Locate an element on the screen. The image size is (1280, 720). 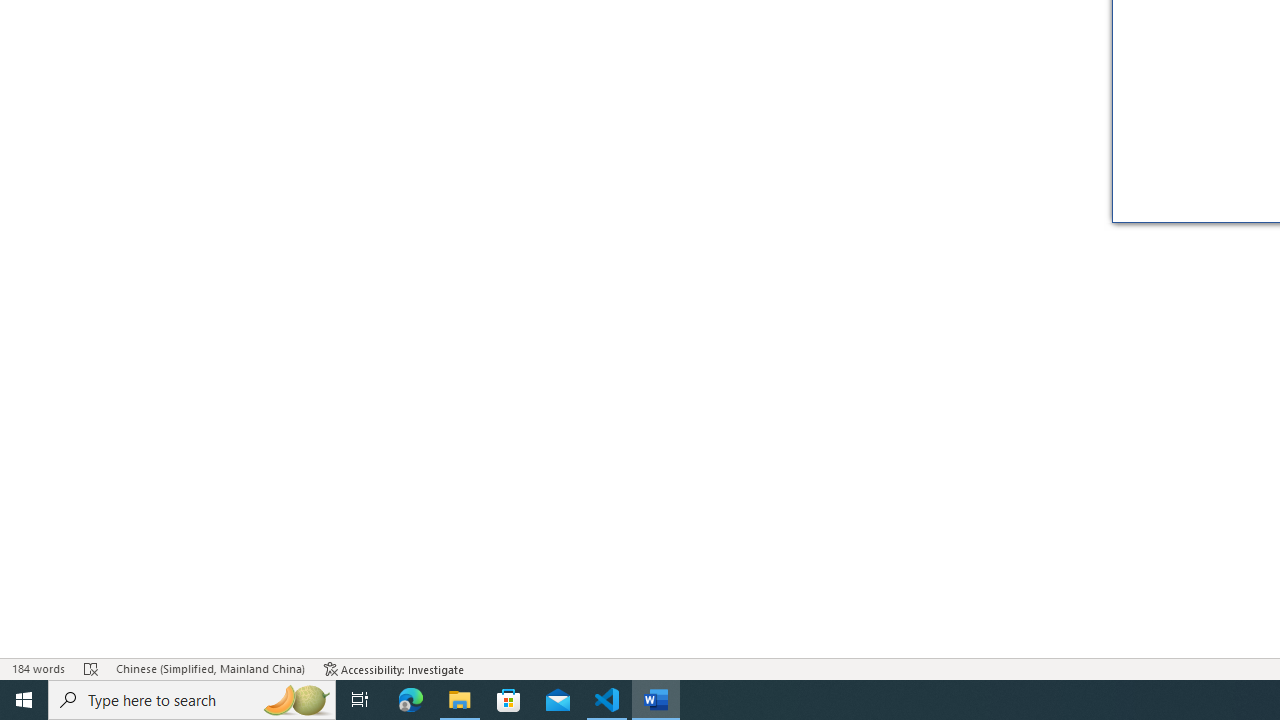
'Type here to search' is located at coordinates (192, 698).